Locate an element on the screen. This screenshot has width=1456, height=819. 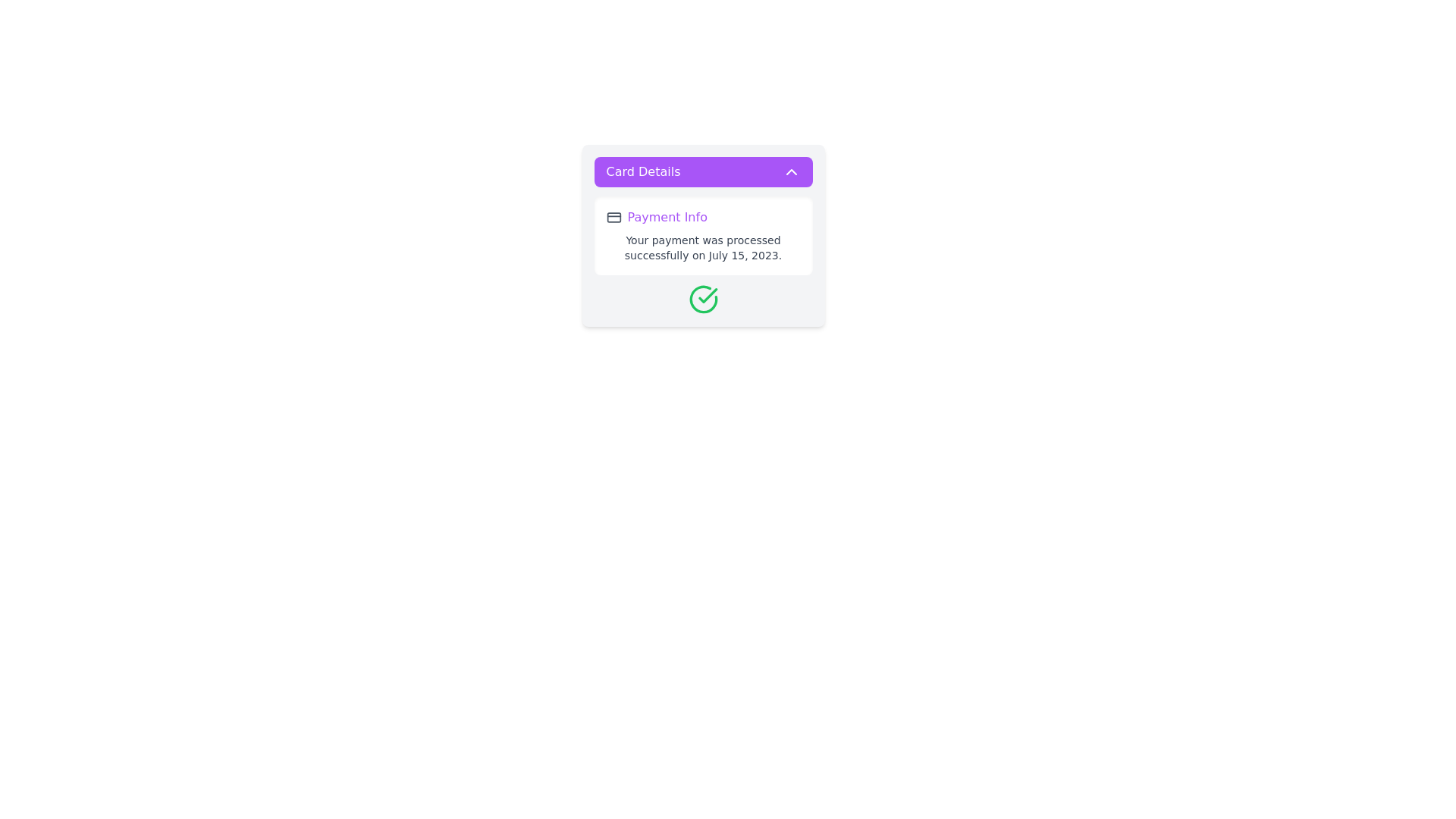
the text heading with icon that serves as a section title for payment information, positioned above the 'Your payment was processed successfully on July 15, 2023.' text is located at coordinates (702, 217).